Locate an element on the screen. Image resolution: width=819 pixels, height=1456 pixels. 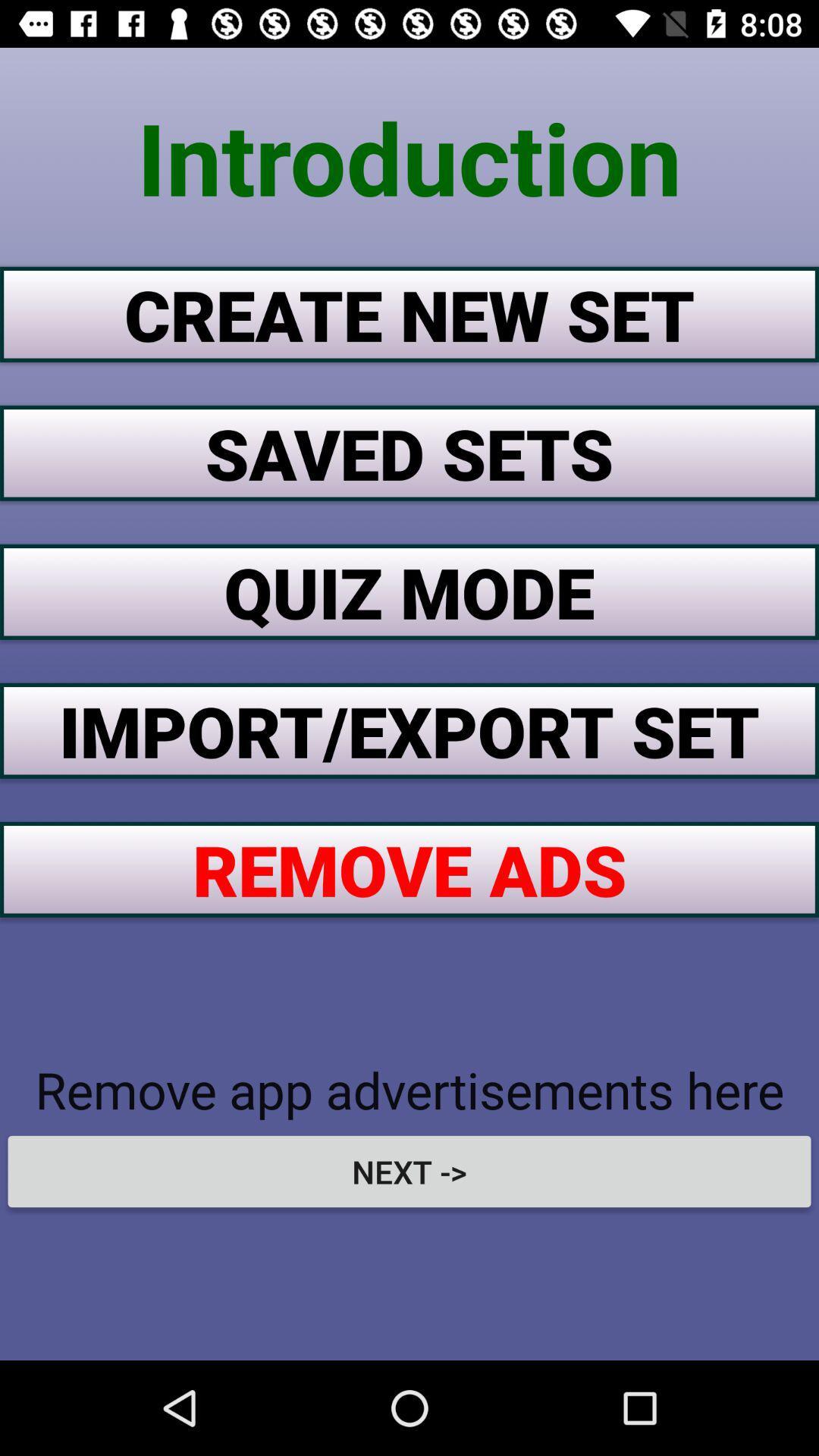
next -> is located at coordinates (409, 1171).